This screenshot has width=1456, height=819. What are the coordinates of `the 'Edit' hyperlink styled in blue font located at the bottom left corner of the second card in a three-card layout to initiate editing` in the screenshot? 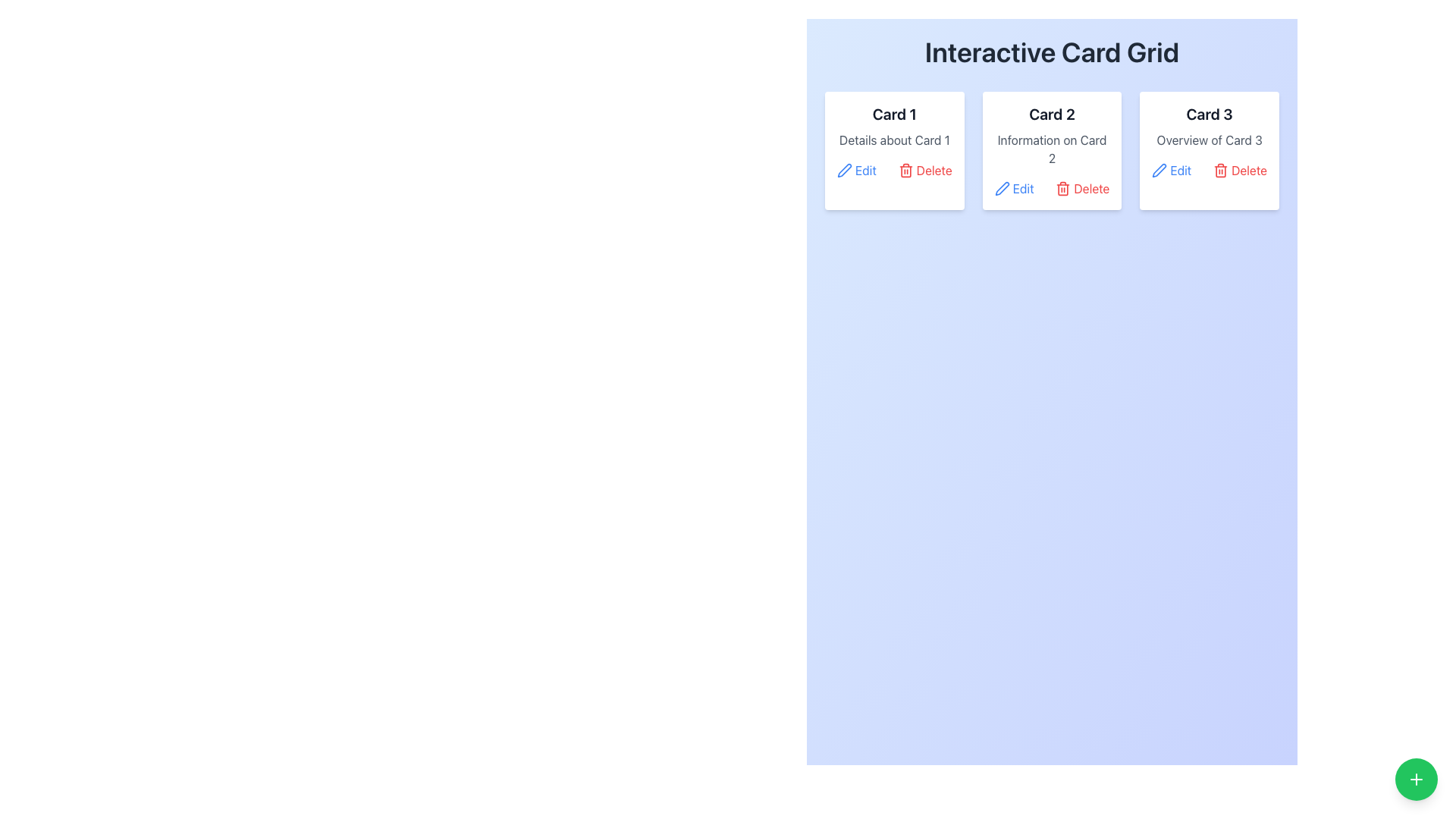 It's located at (1023, 188).